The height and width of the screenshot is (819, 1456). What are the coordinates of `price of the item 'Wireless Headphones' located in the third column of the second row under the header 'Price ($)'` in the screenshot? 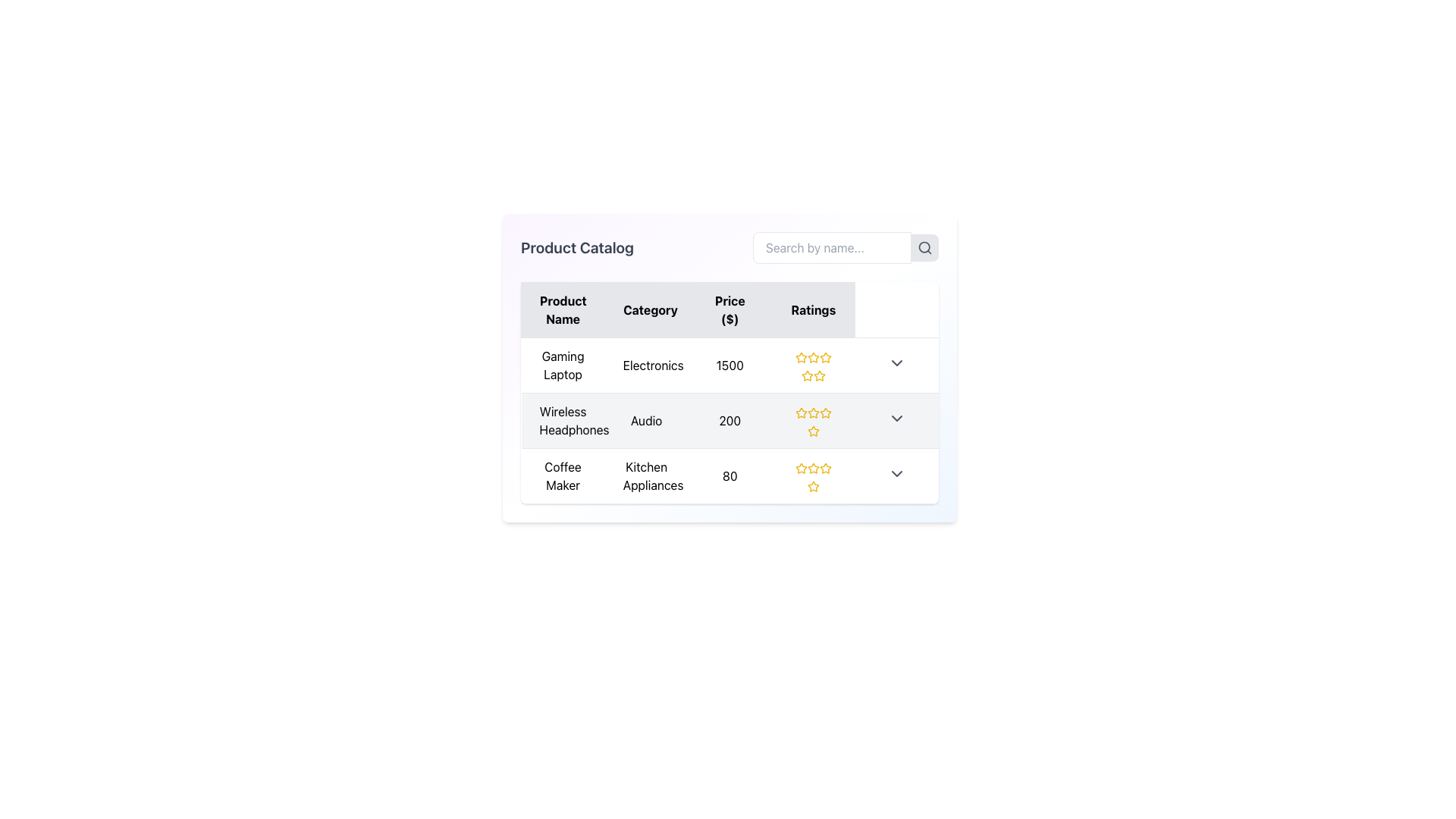 It's located at (730, 421).